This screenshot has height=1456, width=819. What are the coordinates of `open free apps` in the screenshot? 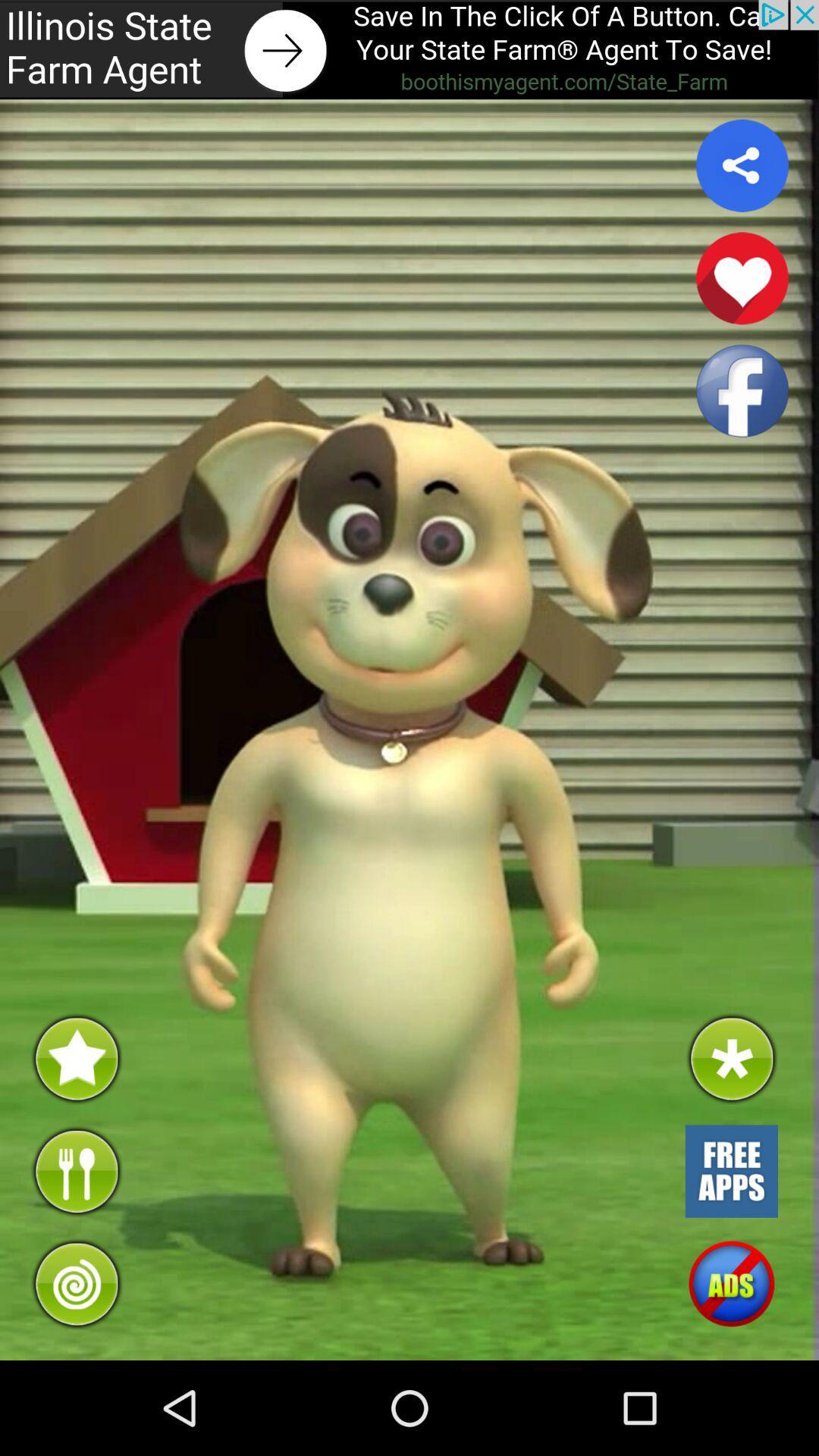 It's located at (730, 1170).